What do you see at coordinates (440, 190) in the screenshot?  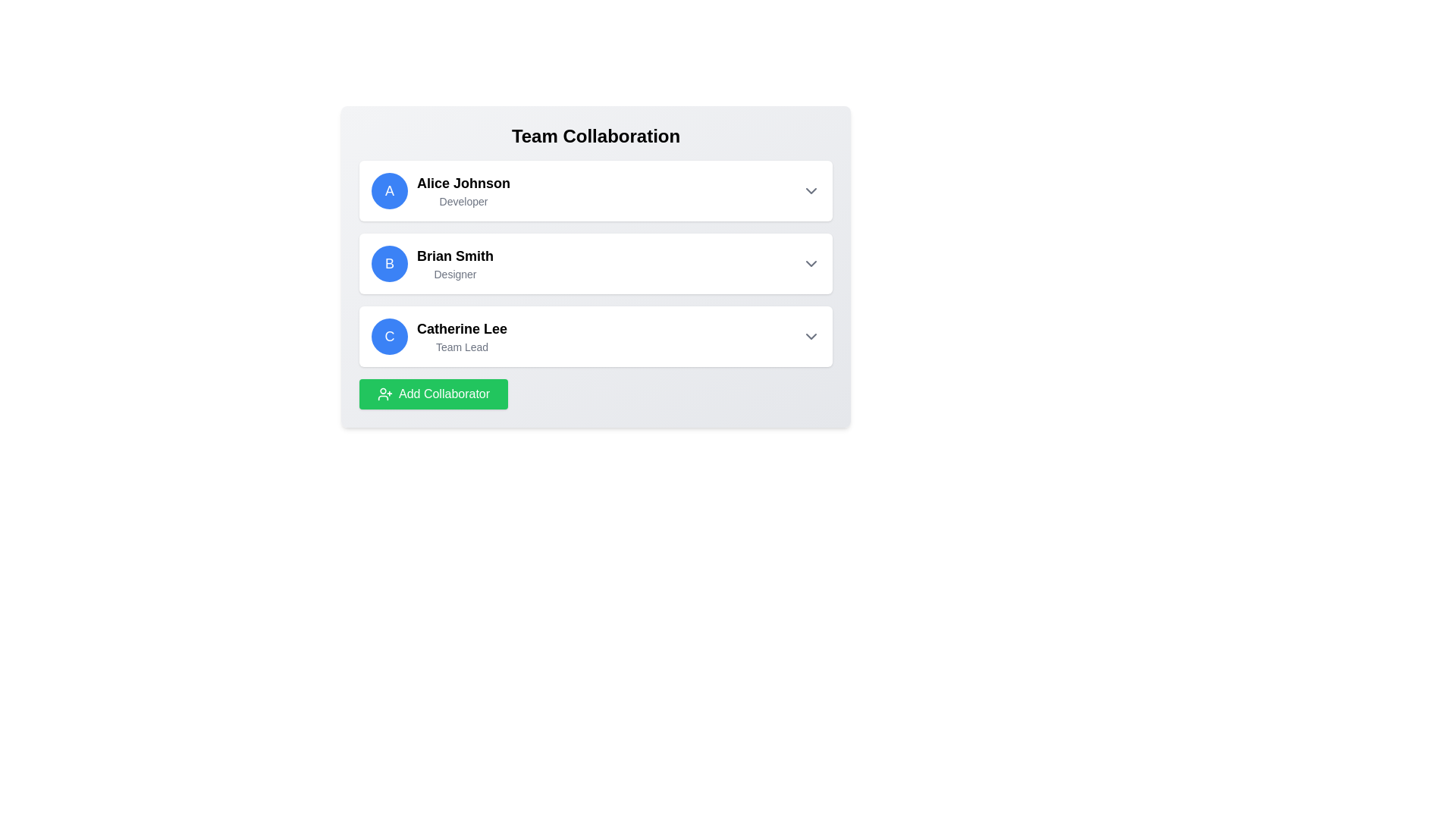 I see `the Composite User Info Display located at the top of the Team Collaboration section` at bounding box center [440, 190].